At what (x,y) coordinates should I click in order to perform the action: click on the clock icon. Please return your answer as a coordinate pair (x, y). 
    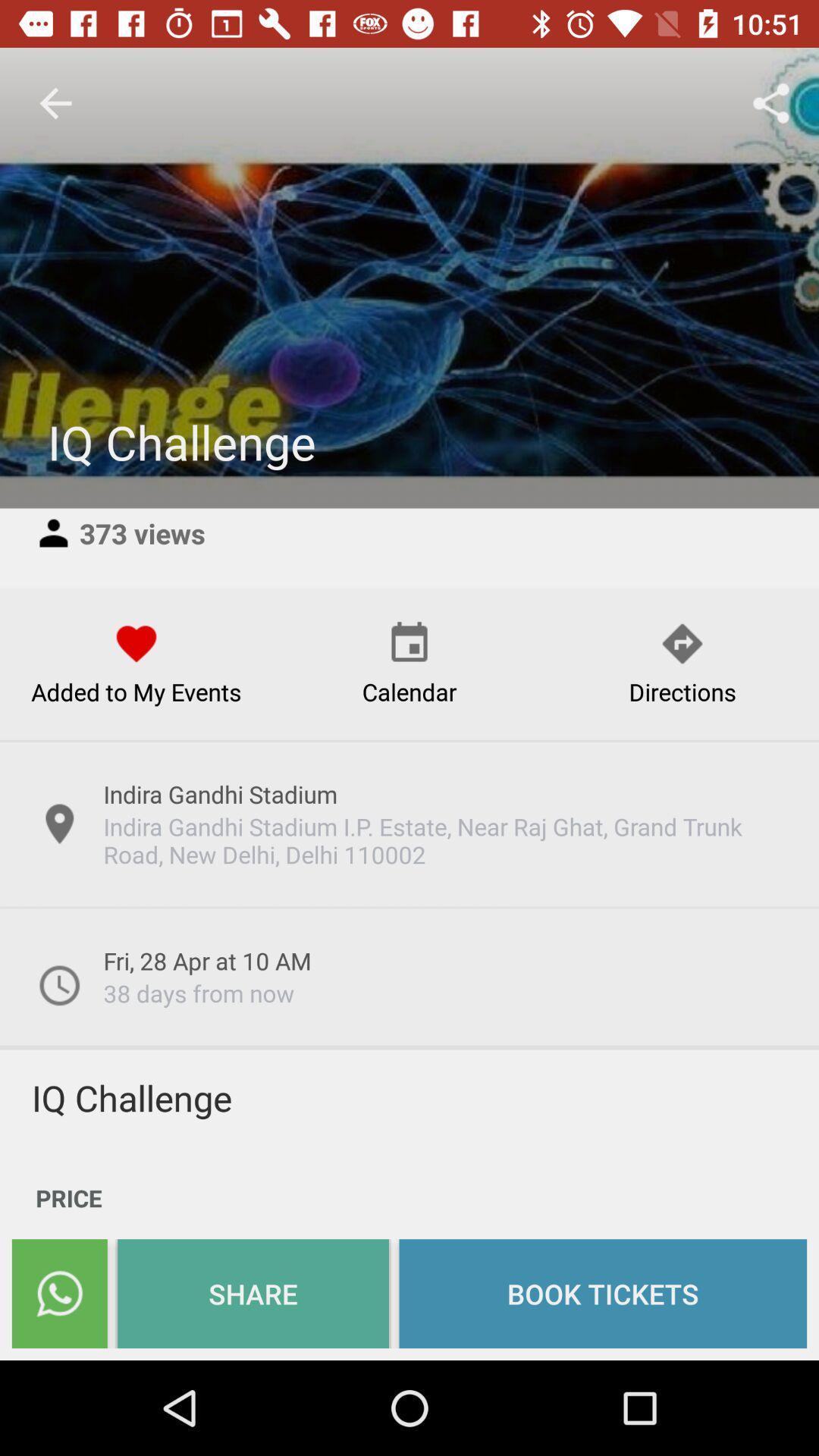
    Looking at the image, I should click on (58, 985).